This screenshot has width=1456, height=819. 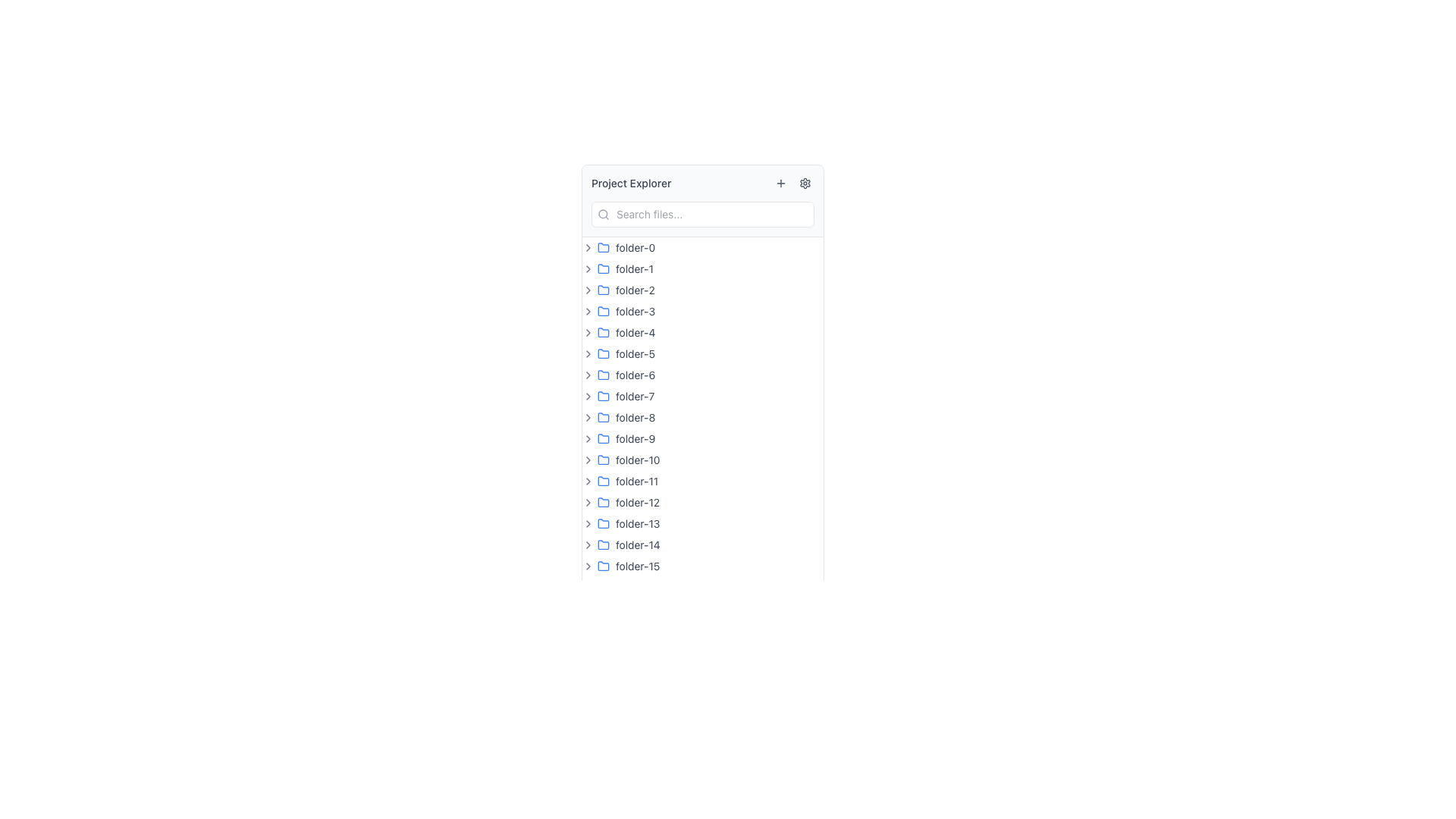 I want to click on the folder icon with a blue border, characterized by its rounded top left corner, located to the left of the text 'folder-10', so click(x=603, y=459).